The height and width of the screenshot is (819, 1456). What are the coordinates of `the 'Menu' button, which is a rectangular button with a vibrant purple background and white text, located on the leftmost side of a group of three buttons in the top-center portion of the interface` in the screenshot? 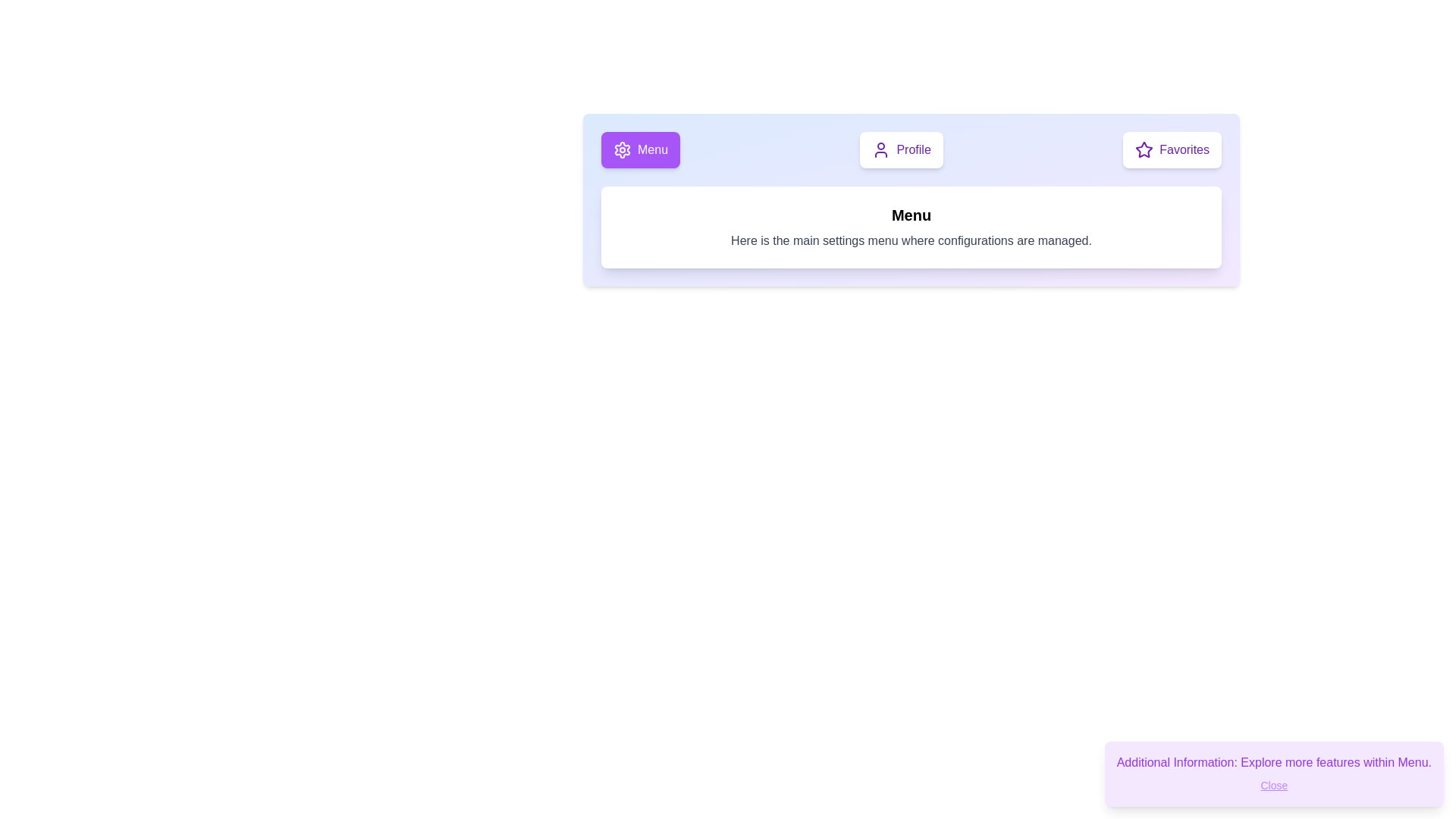 It's located at (640, 149).